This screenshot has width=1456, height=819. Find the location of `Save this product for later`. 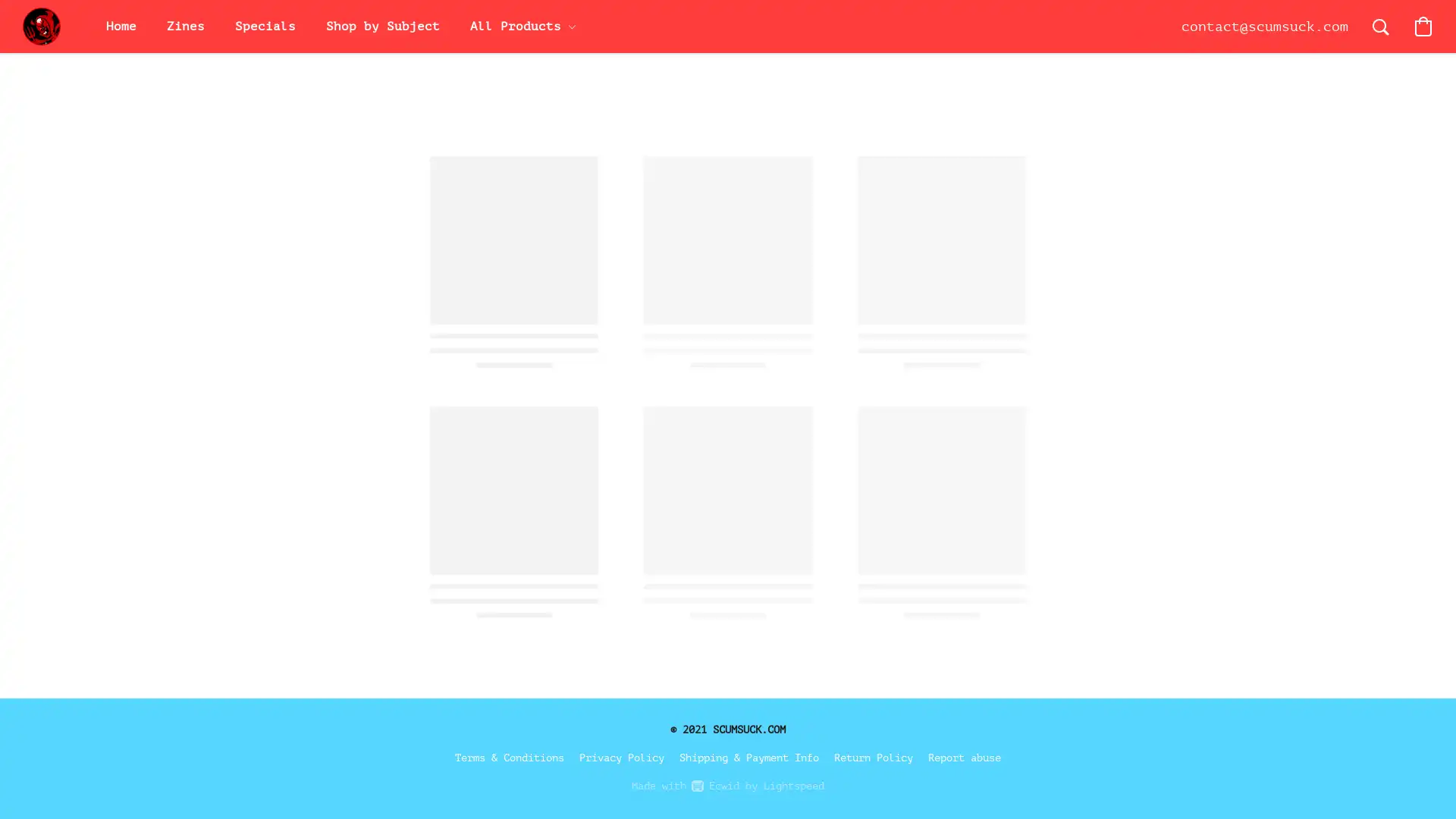

Save this product for later is located at coordinates (940, 469).